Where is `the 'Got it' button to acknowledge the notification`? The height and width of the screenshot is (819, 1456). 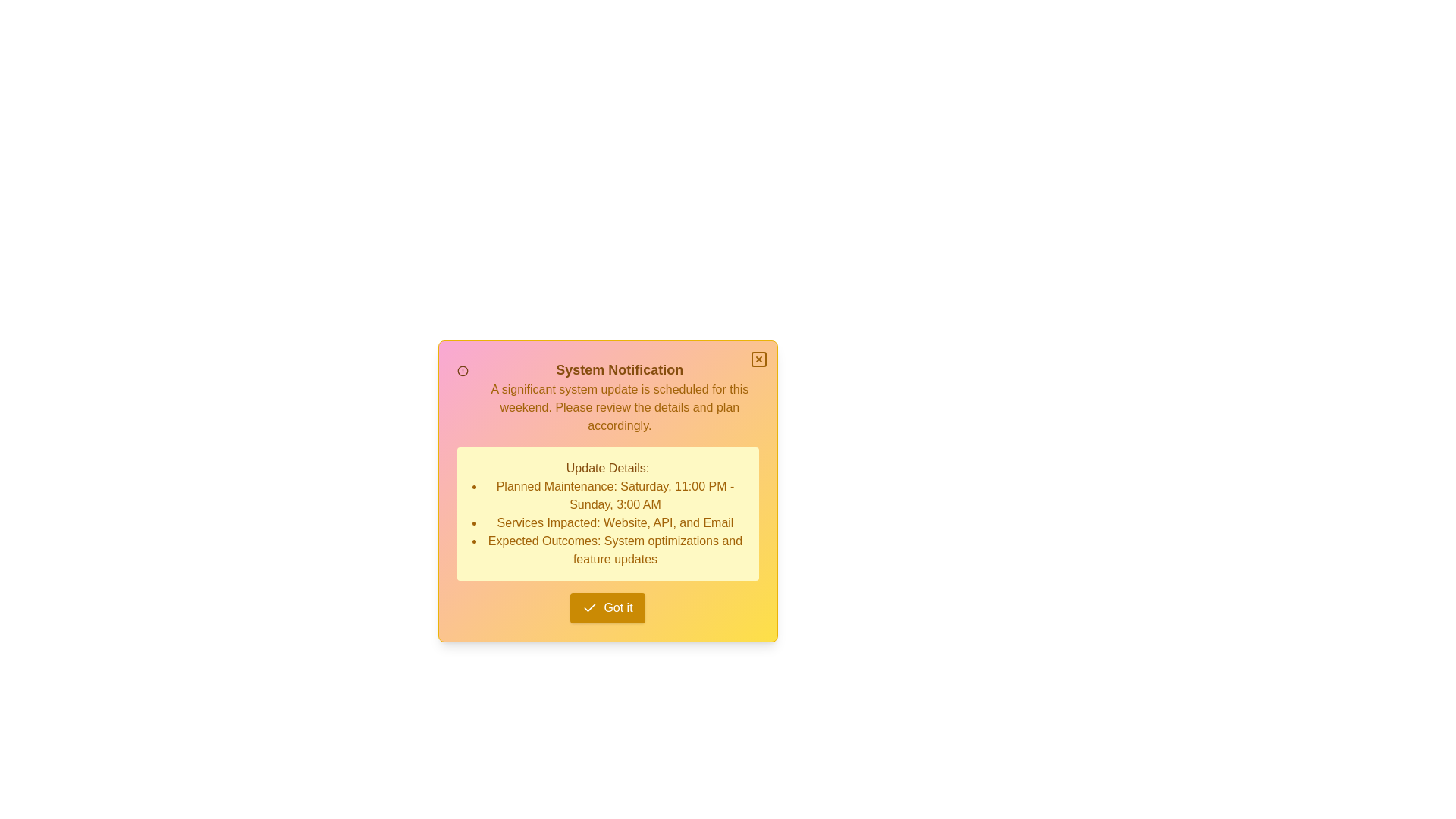
the 'Got it' button to acknowledge the notification is located at coordinates (607, 607).